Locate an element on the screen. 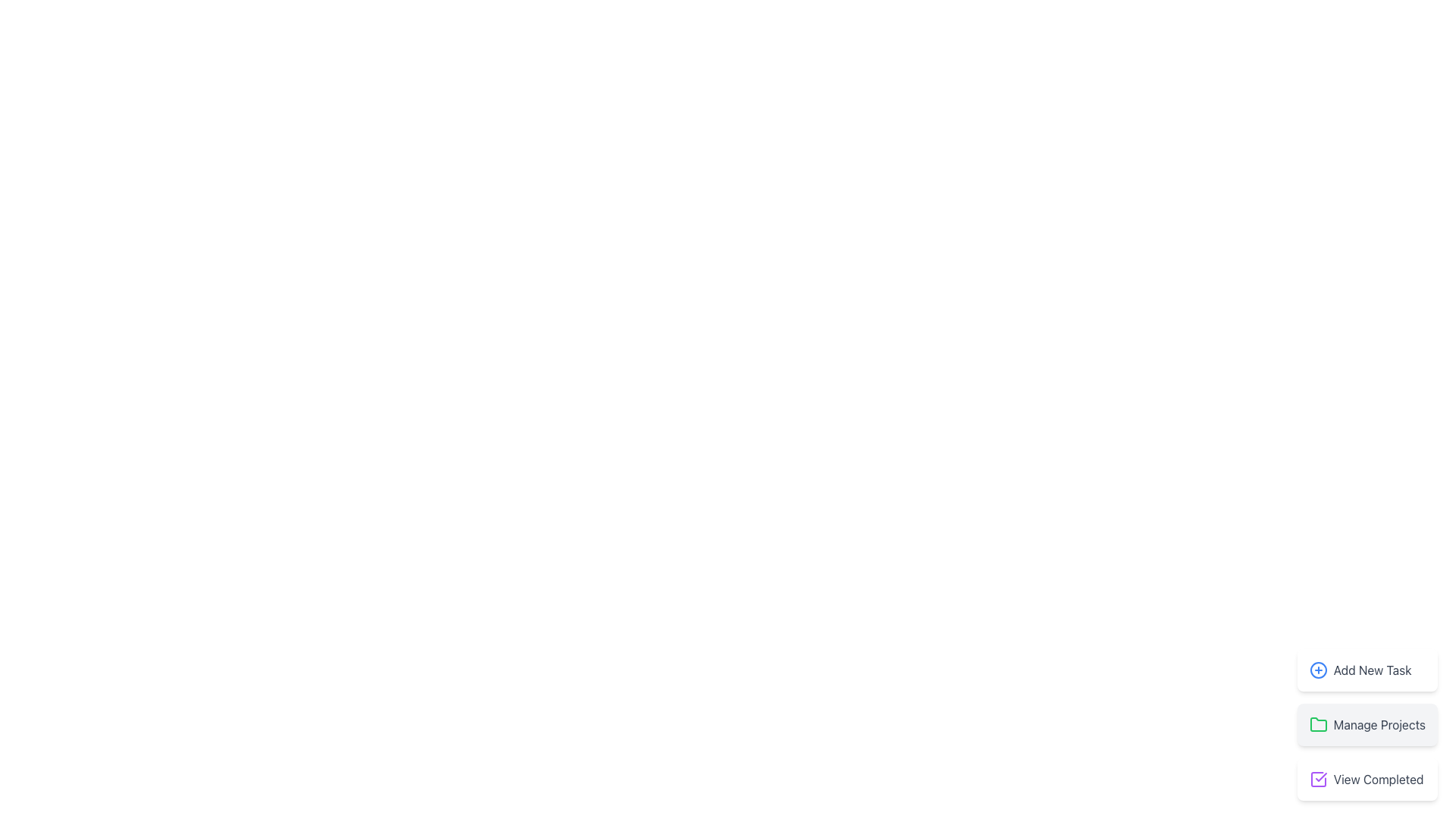  the checkbox icon indicating completion, located adjacent to the 'View Completed' text label in the bottom section of the interface is located at coordinates (1317, 780).